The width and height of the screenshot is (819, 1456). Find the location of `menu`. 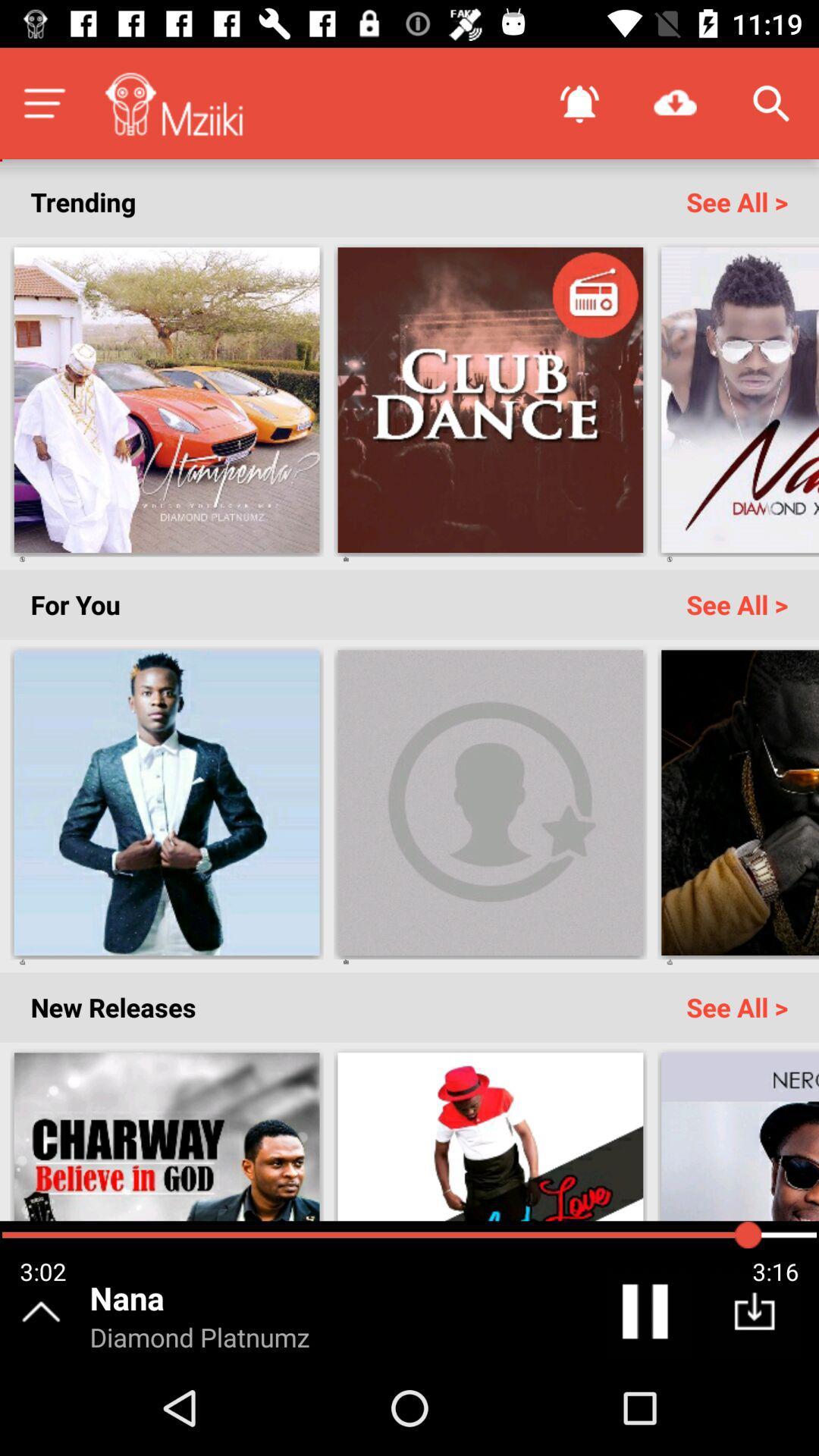

menu is located at coordinates (43, 102).